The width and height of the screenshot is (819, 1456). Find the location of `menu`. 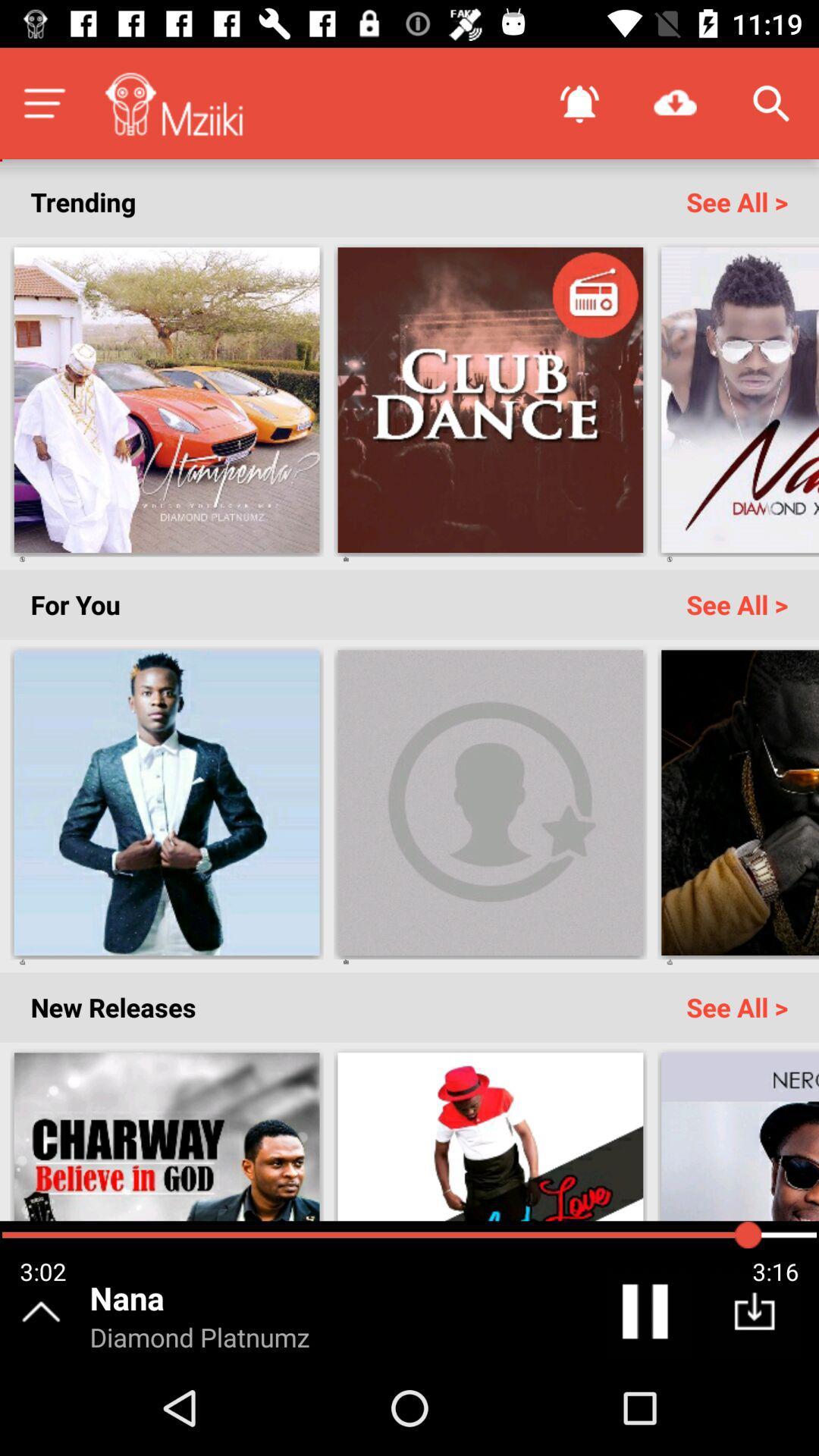

menu is located at coordinates (43, 102).